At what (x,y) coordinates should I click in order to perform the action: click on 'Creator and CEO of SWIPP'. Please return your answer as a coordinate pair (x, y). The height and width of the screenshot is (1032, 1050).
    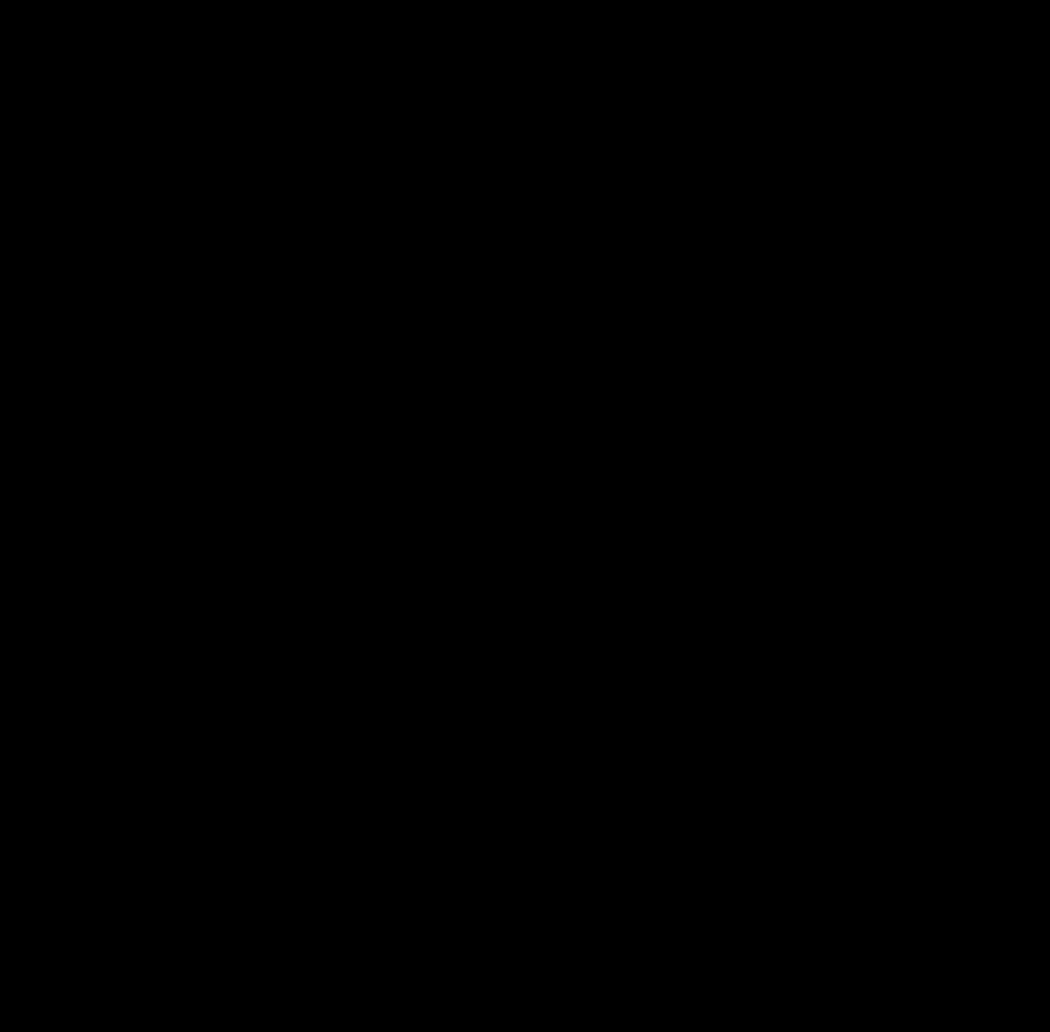
    Looking at the image, I should click on (177, 990).